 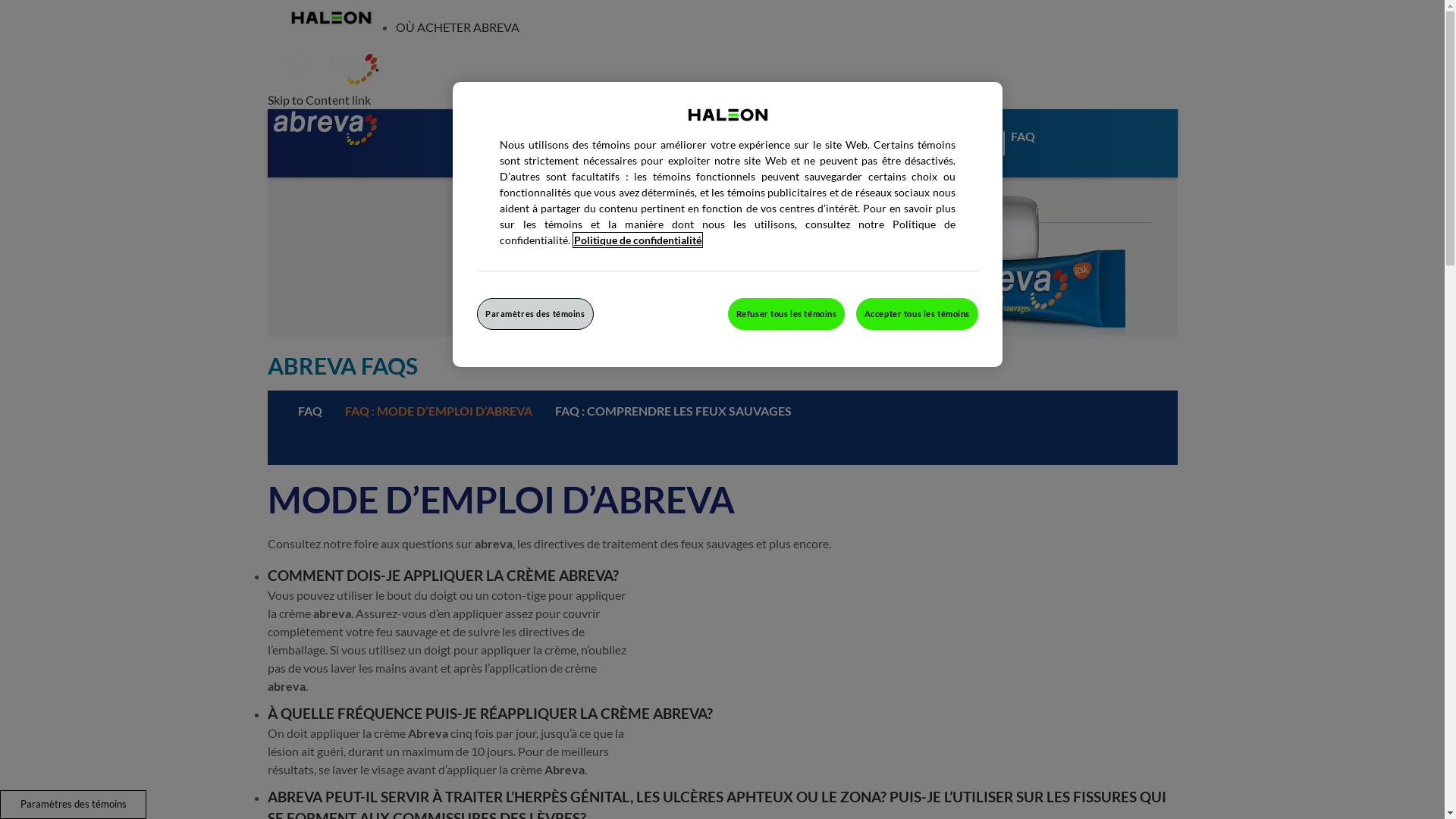 What do you see at coordinates (330, 17) in the screenshot?
I see `'Haleon'` at bounding box center [330, 17].